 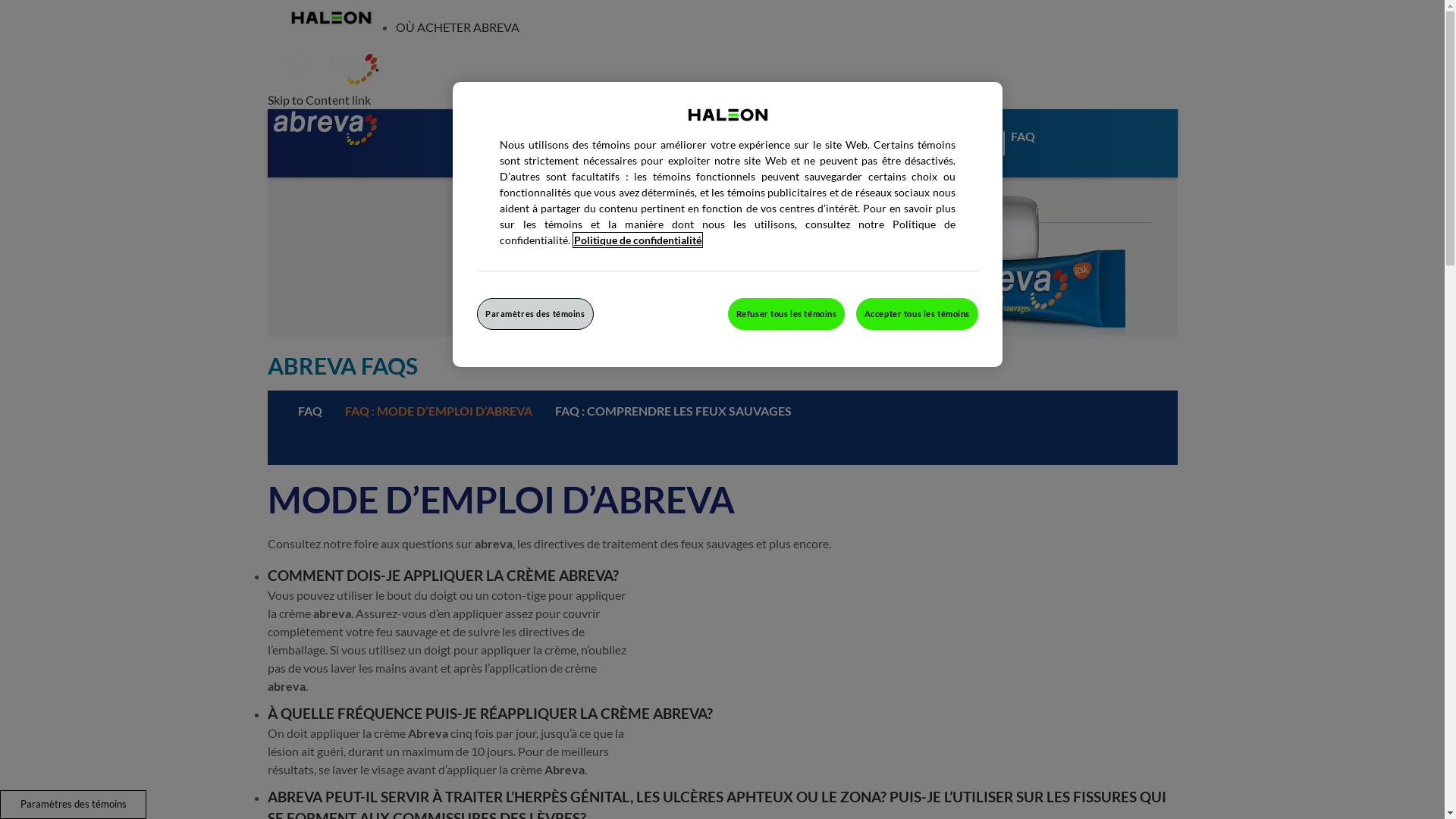 What do you see at coordinates (330, 17) in the screenshot?
I see `'Haleon'` at bounding box center [330, 17].